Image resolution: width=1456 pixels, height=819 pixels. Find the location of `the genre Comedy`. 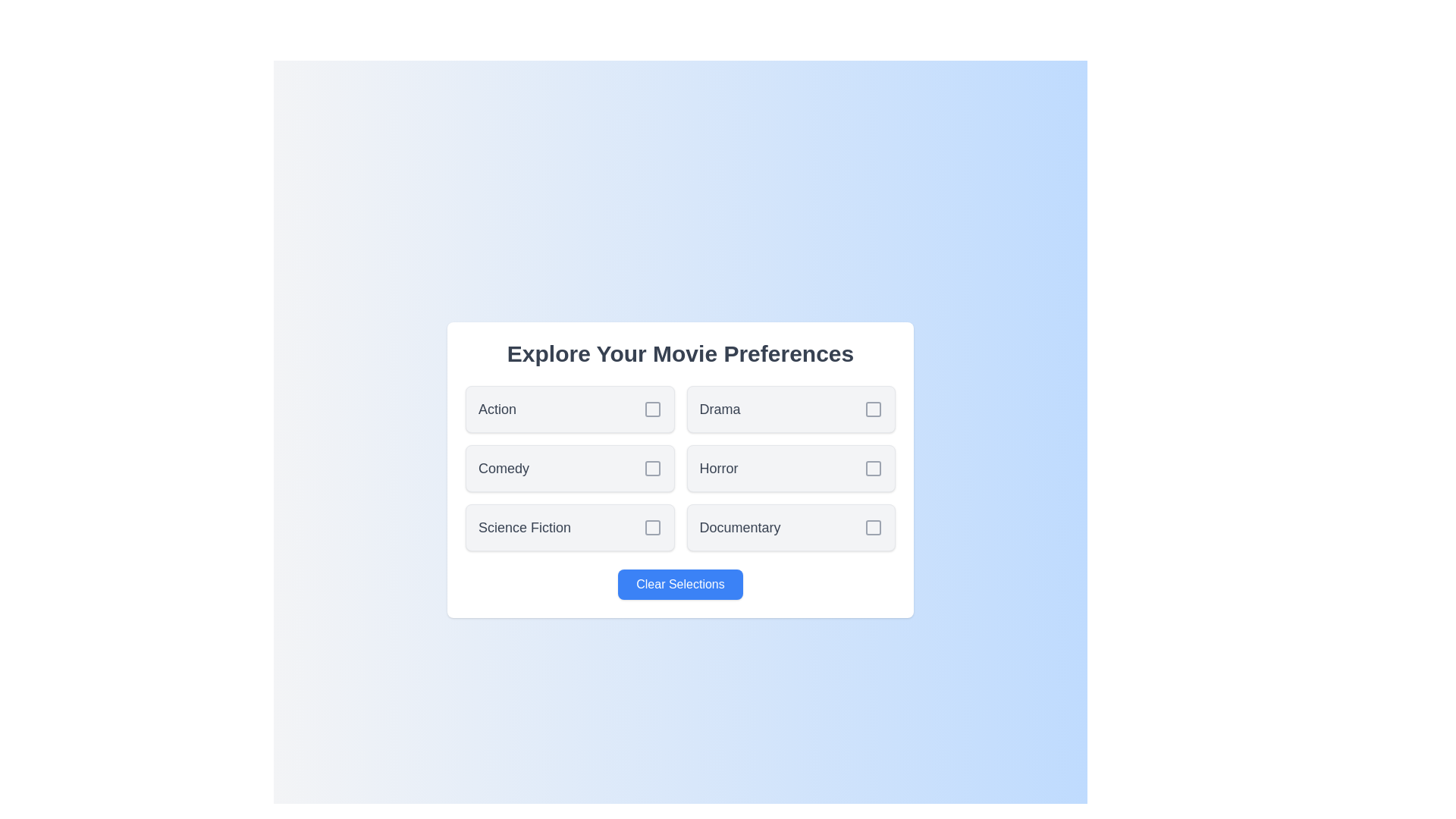

the genre Comedy is located at coordinates (569, 467).